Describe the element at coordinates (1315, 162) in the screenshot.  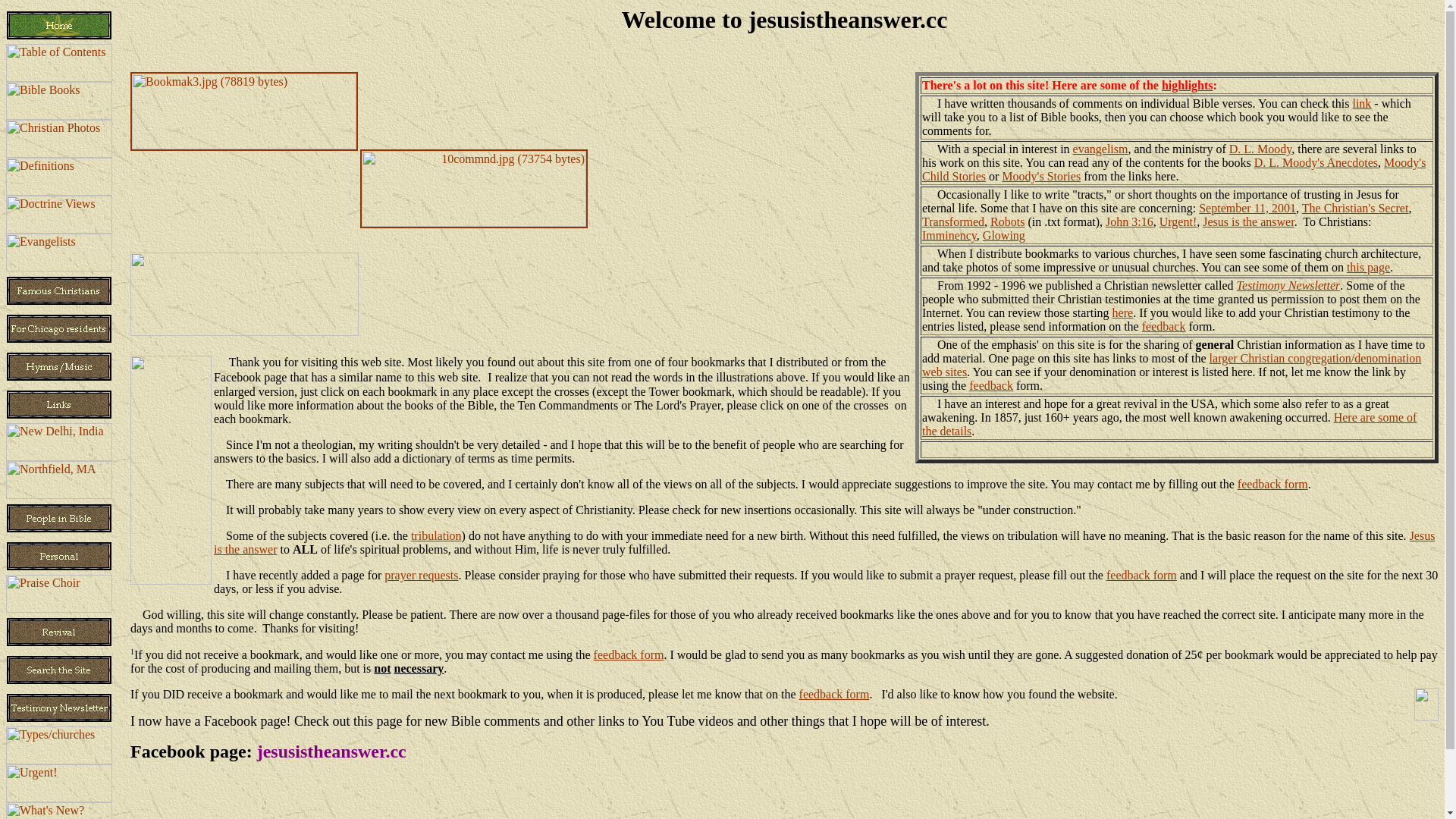
I see `'D. L. Moody's Anecdotes'` at that location.